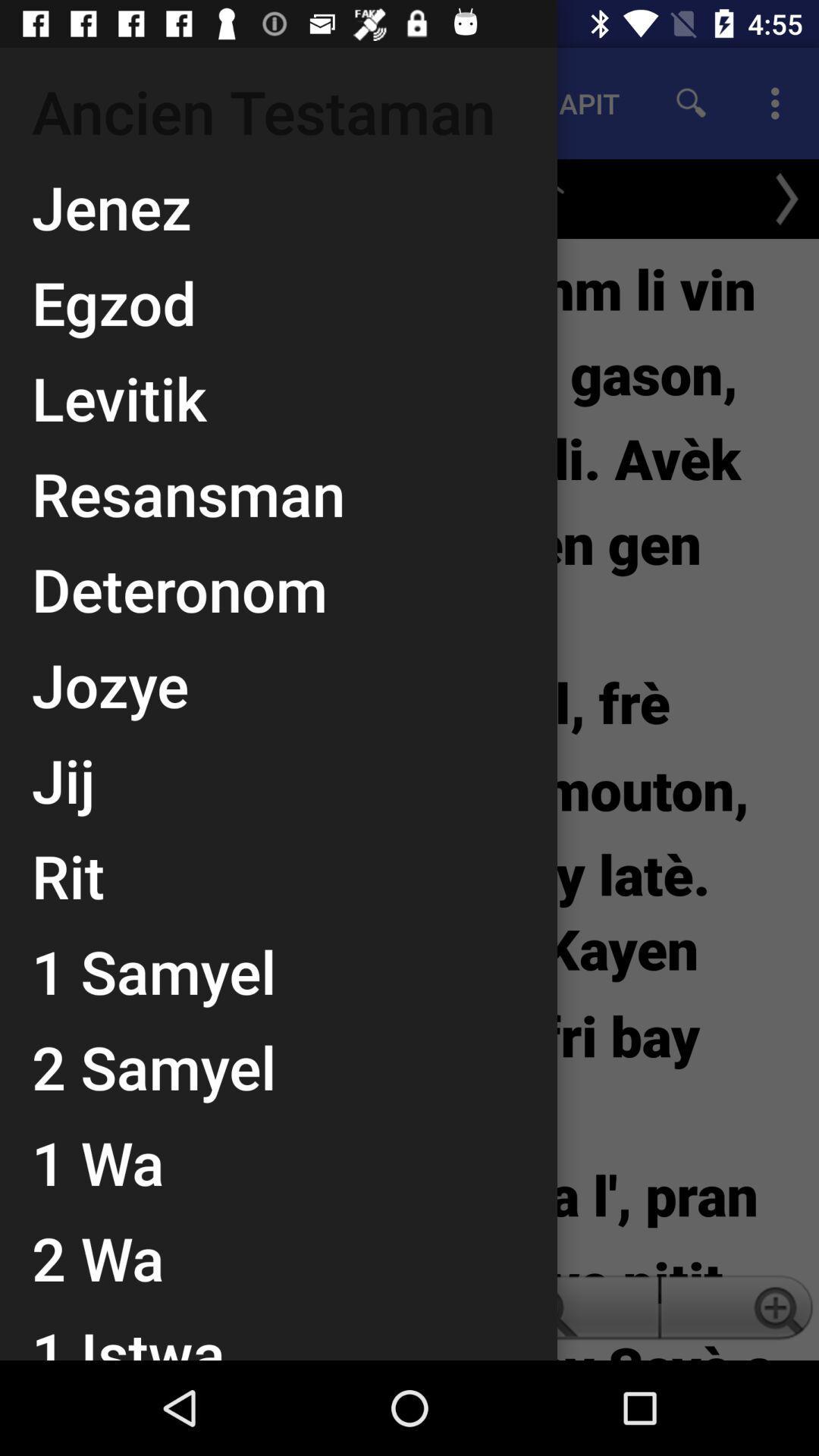 This screenshot has height=1456, width=819. Describe the element at coordinates (691, 103) in the screenshot. I see `the search icon which is before more option` at that location.